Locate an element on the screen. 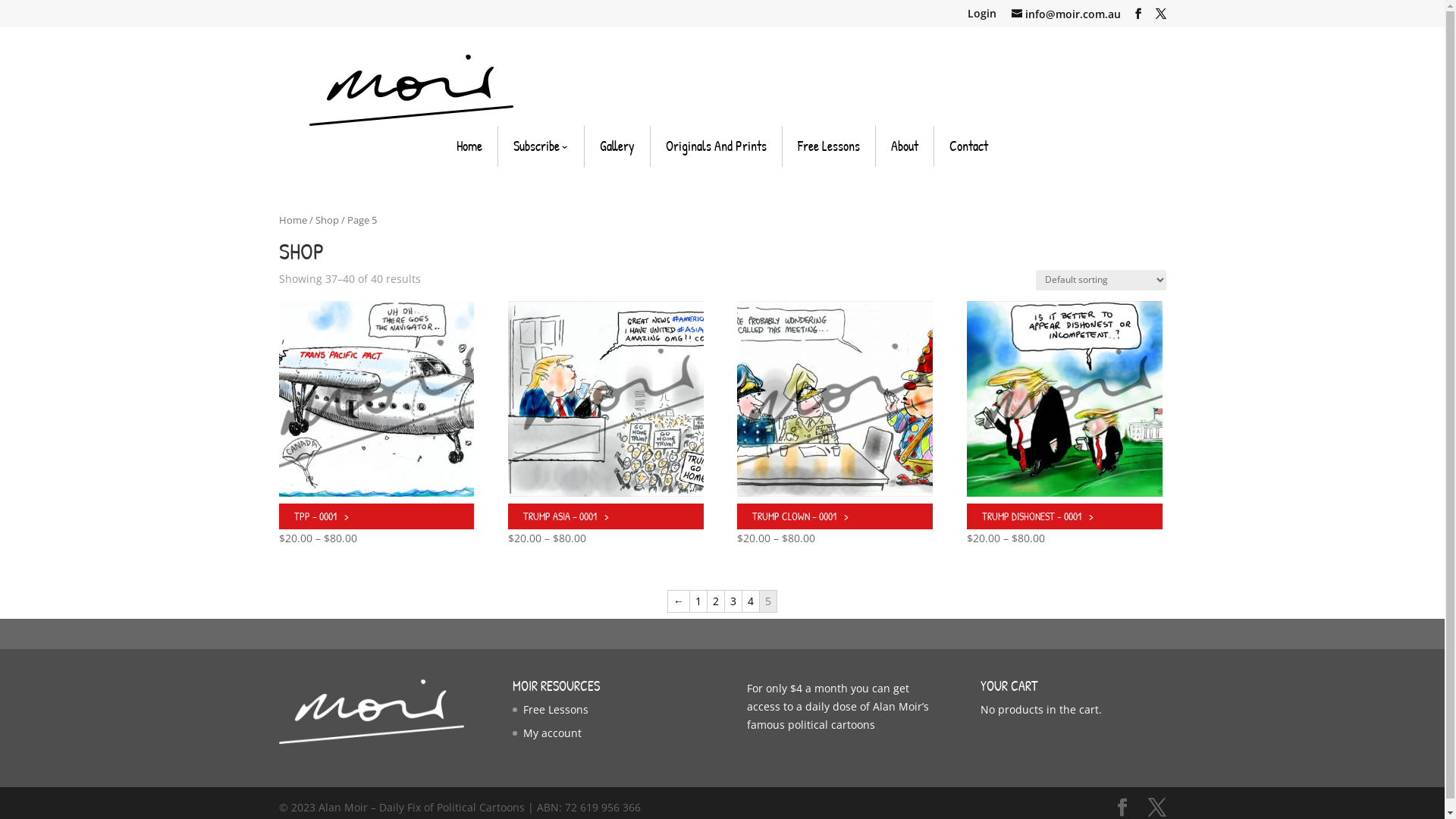  'Home' is located at coordinates (293, 219).